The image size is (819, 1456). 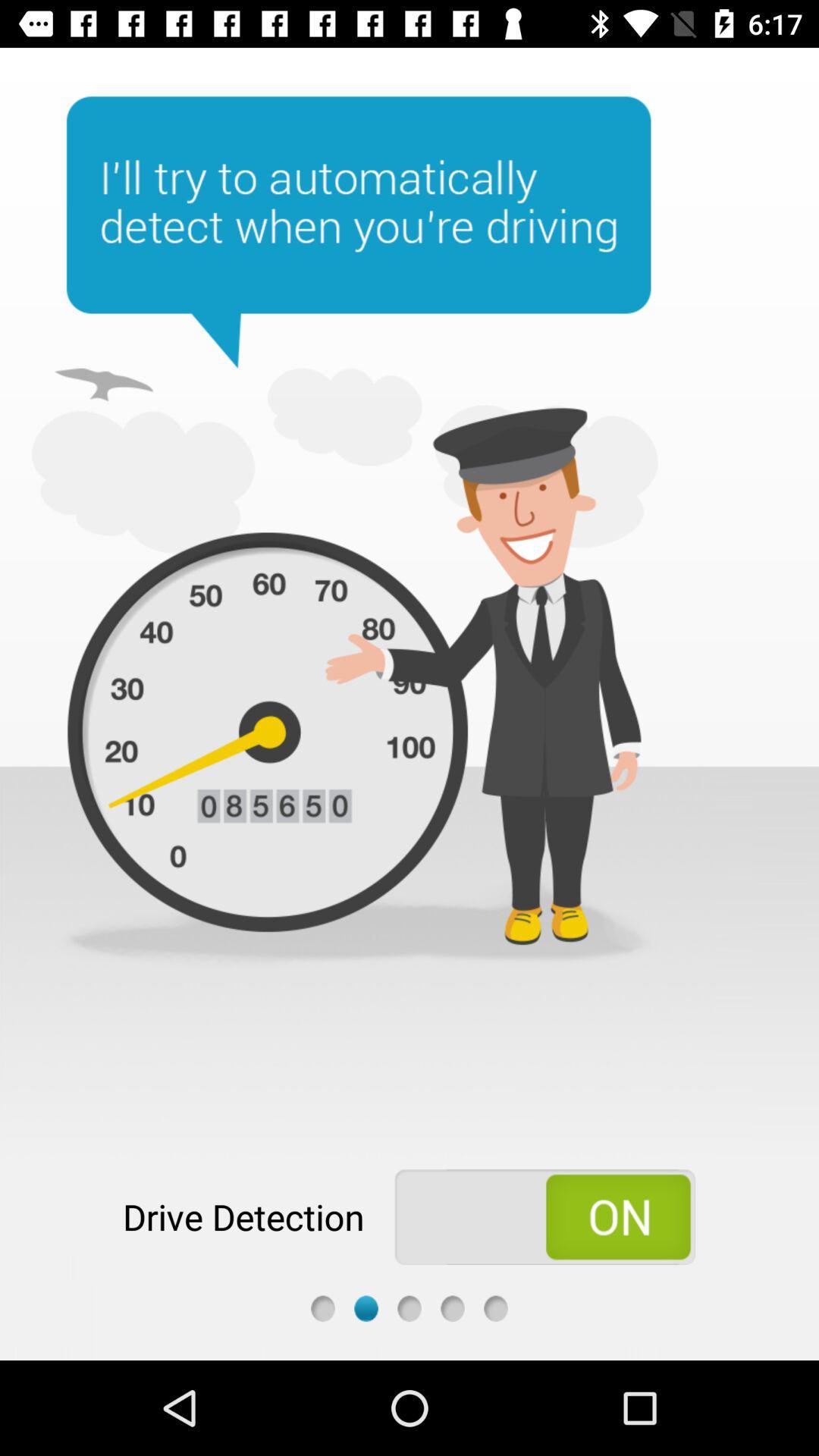 What do you see at coordinates (452, 1307) in the screenshot?
I see `page` at bounding box center [452, 1307].